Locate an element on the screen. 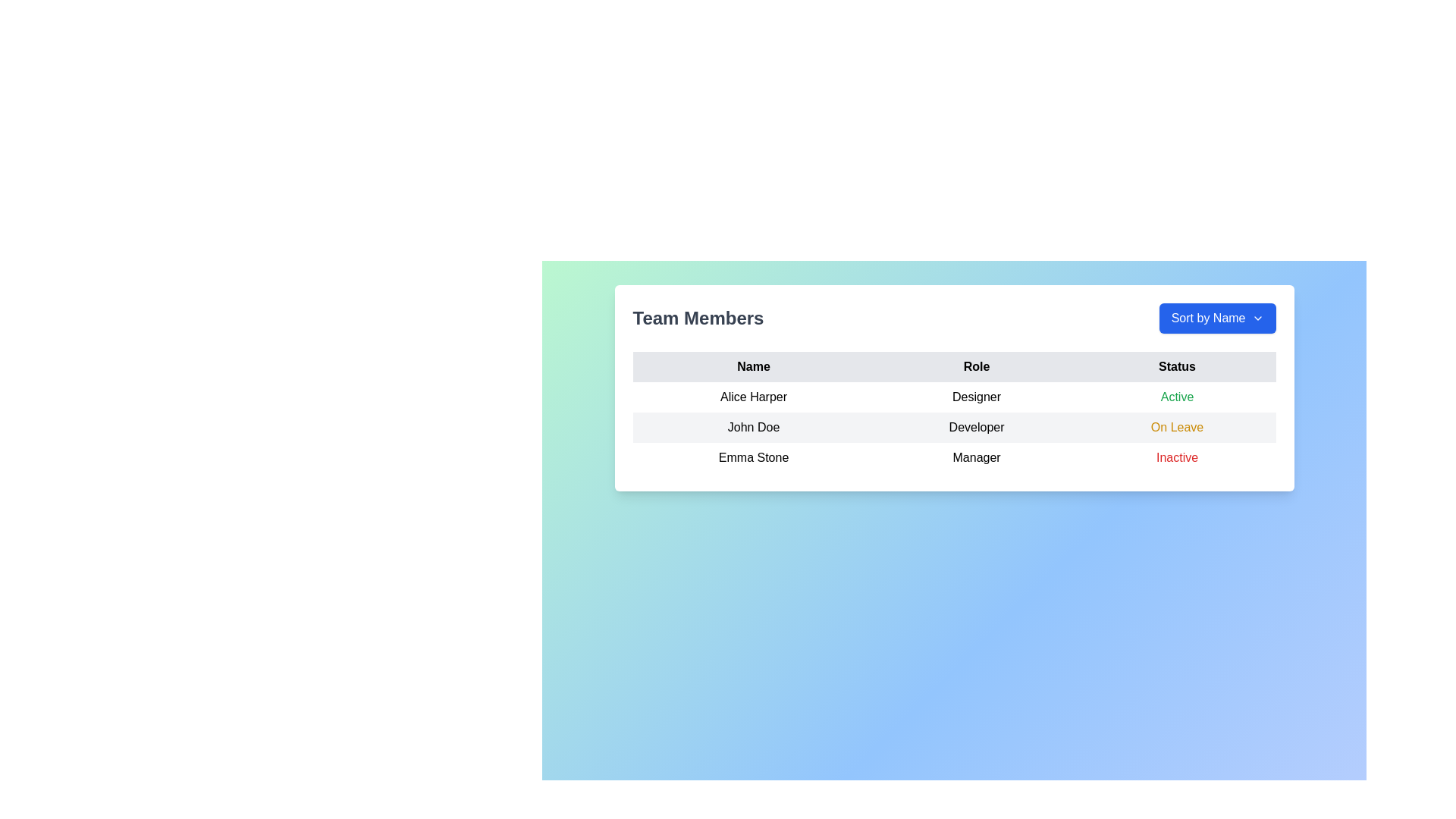 Image resolution: width=1456 pixels, height=819 pixels. the text label containing 'Emma Stone' located is located at coordinates (753, 457).